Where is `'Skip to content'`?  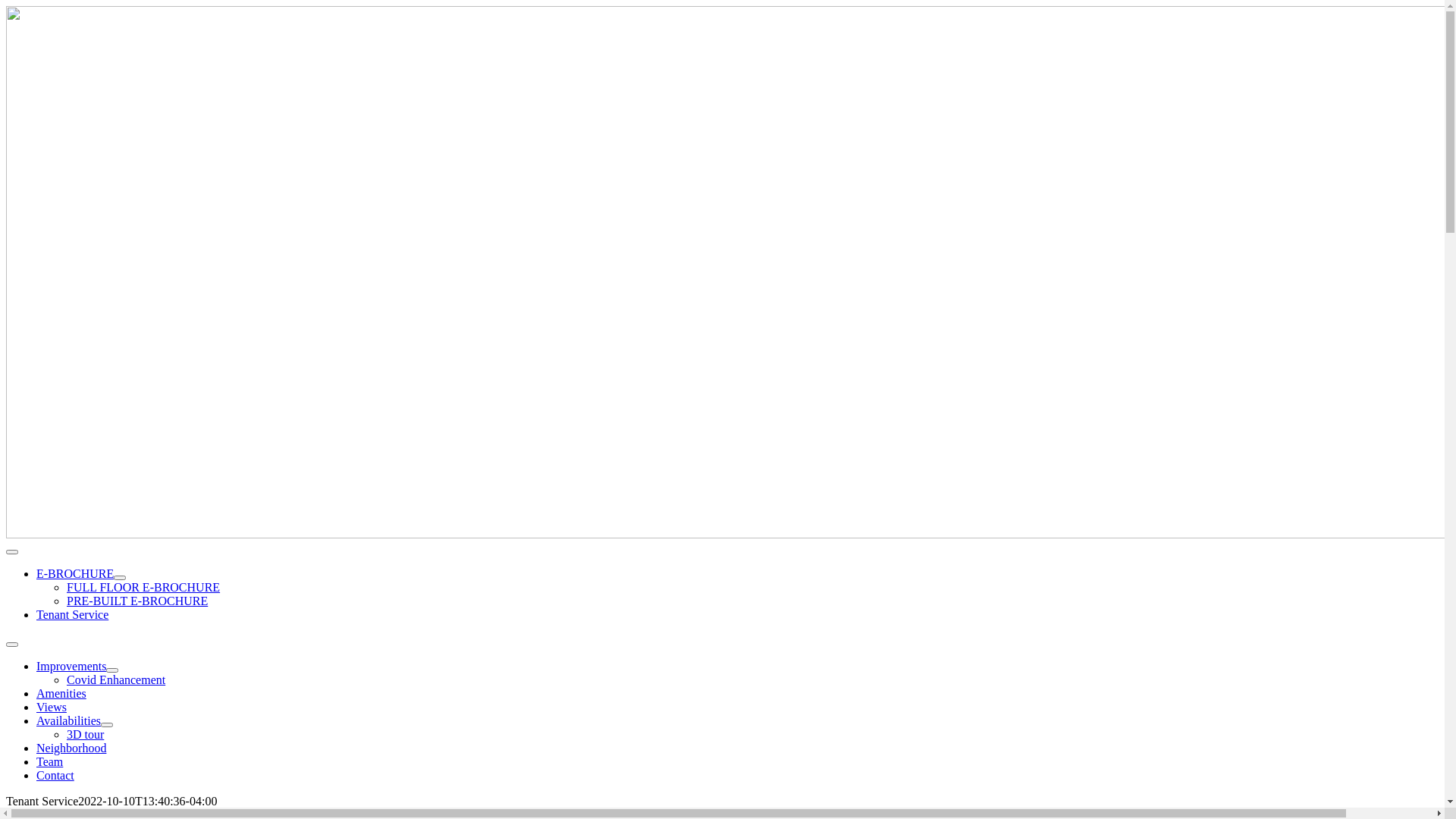 'Skip to content' is located at coordinates (6, 6).